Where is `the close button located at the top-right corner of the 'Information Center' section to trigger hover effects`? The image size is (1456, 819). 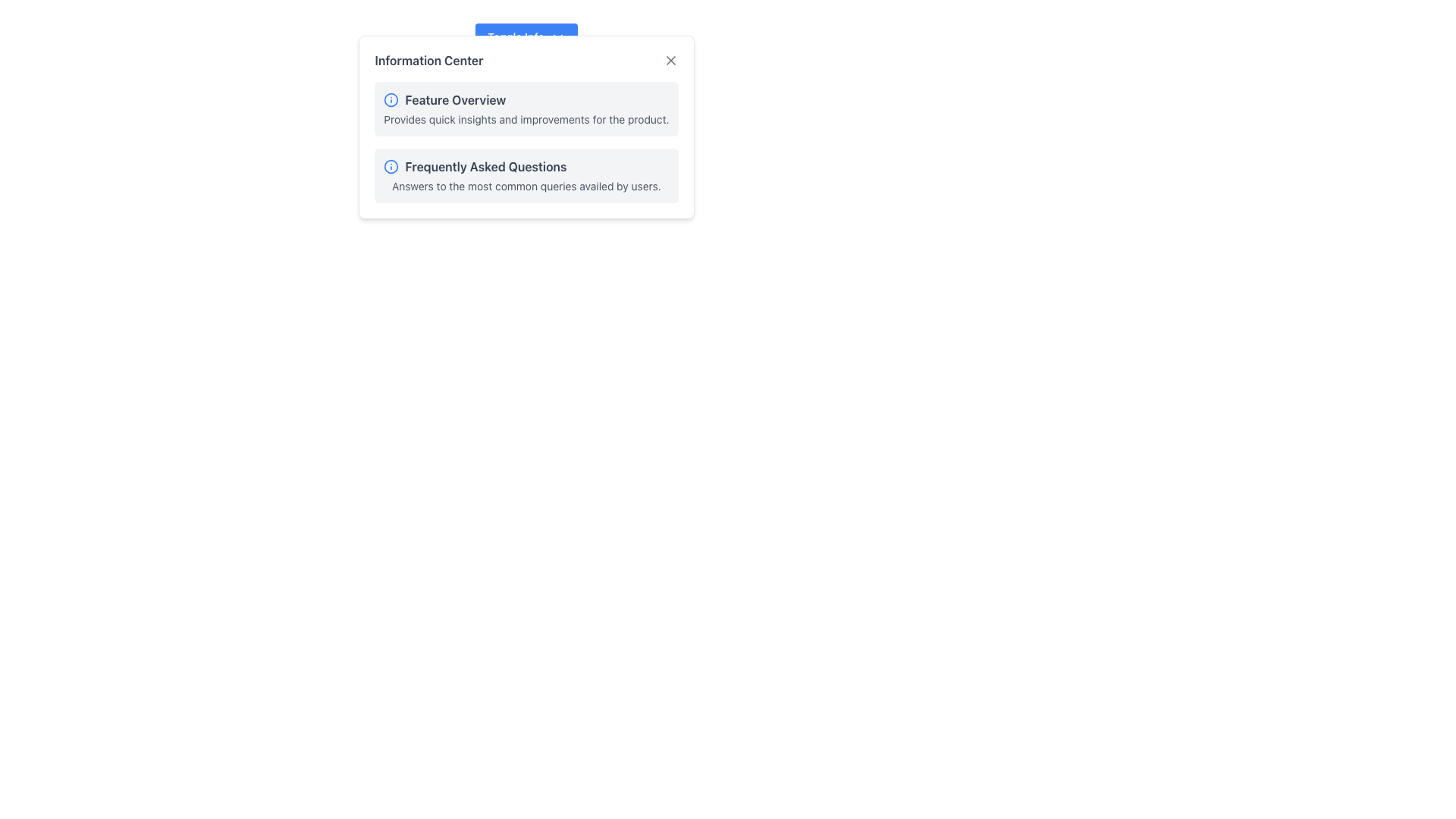
the close button located at the top-right corner of the 'Information Center' section to trigger hover effects is located at coordinates (670, 60).